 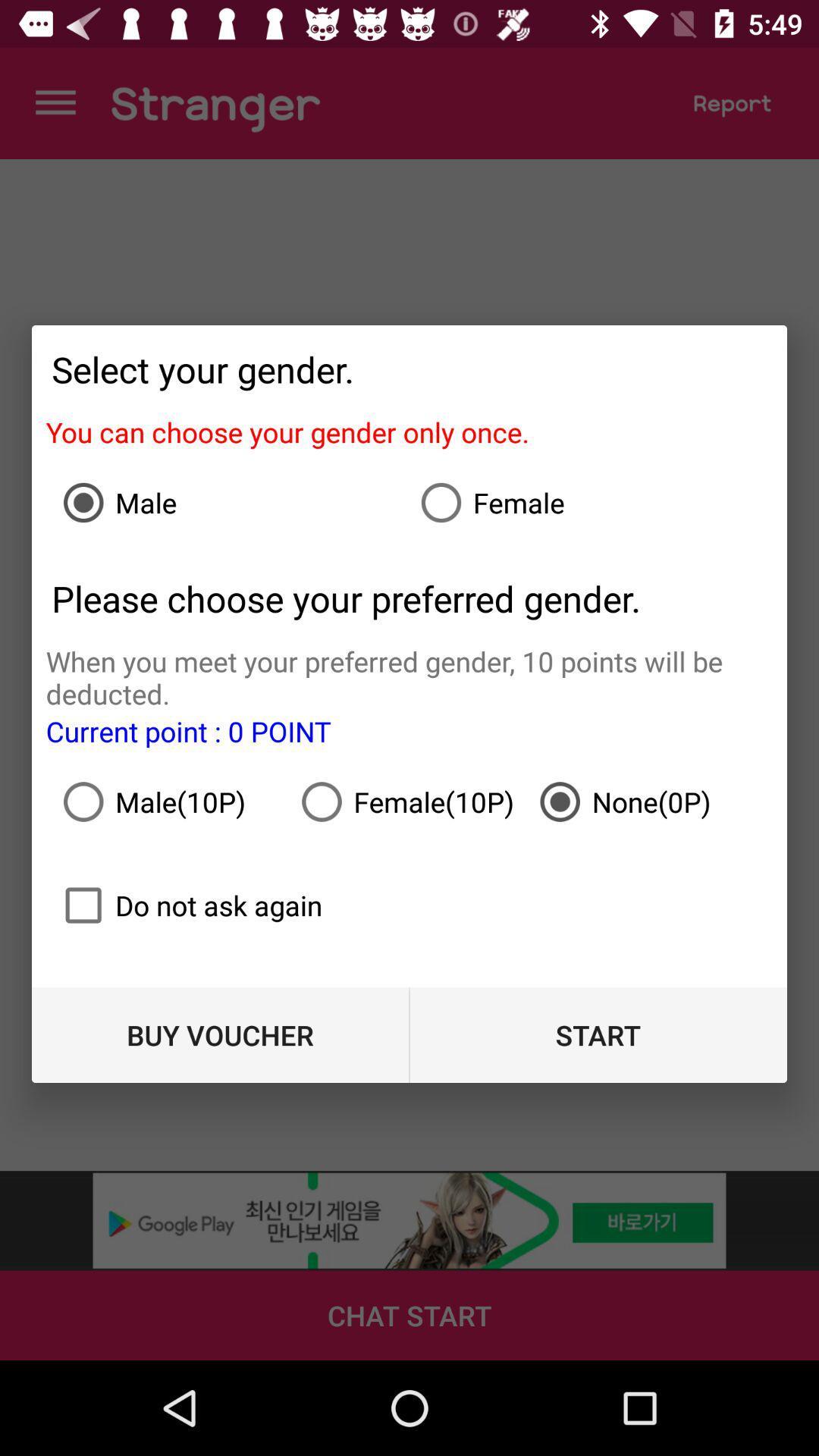 What do you see at coordinates (186, 905) in the screenshot?
I see `the do not ask item` at bounding box center [186, 905].